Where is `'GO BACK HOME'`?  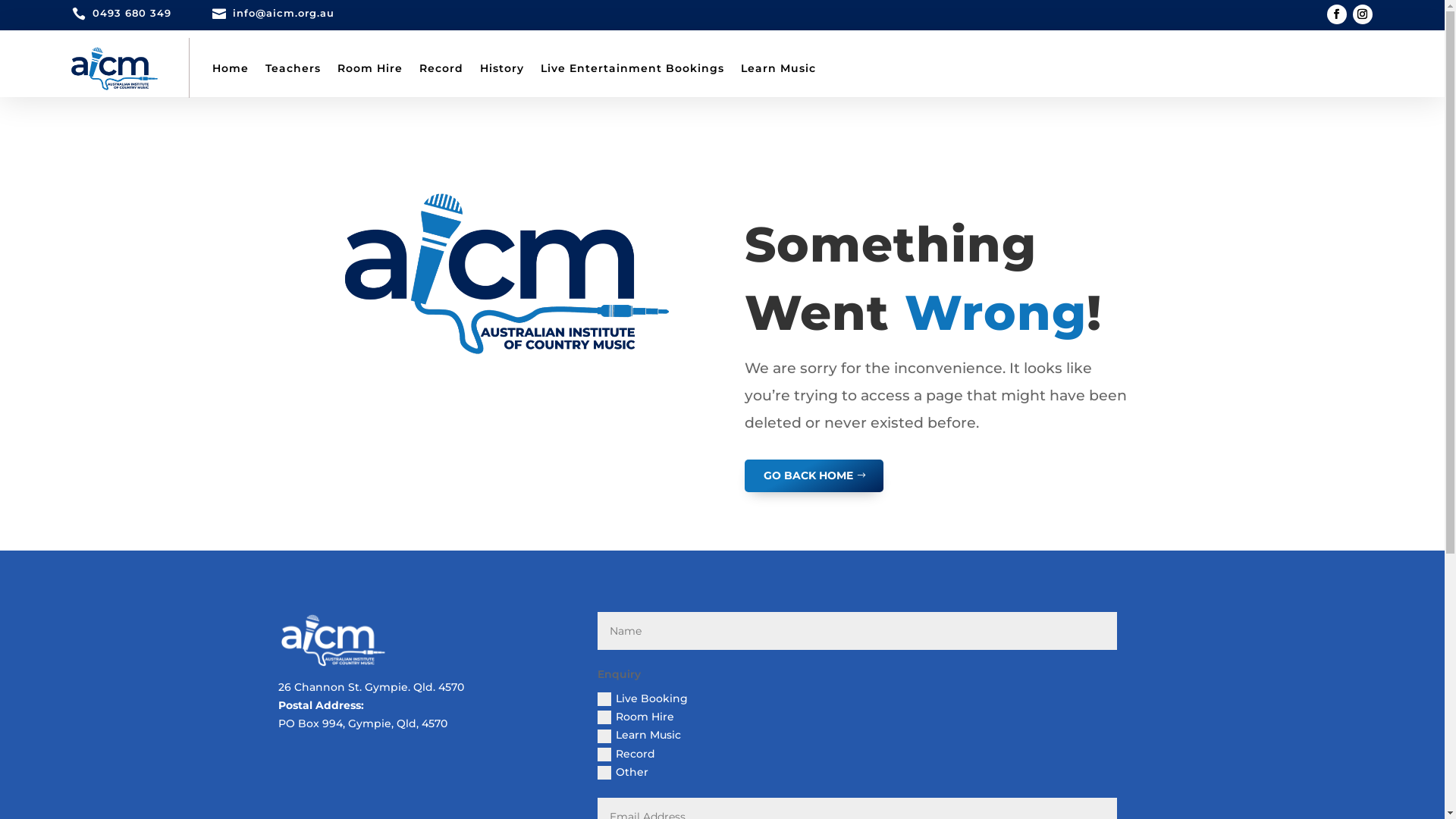
'GO BACK HOME' is located at coordinates (813, 475).